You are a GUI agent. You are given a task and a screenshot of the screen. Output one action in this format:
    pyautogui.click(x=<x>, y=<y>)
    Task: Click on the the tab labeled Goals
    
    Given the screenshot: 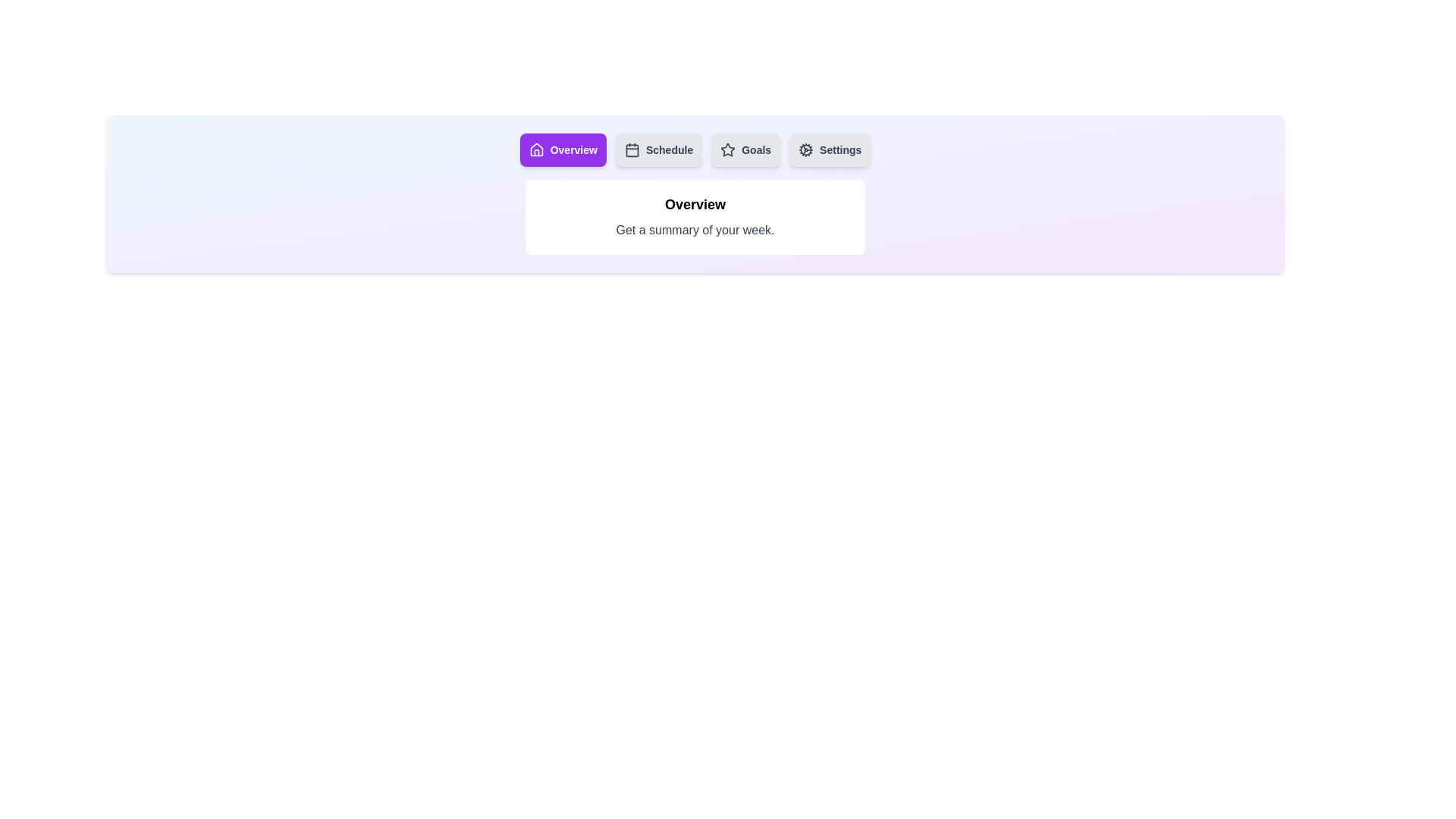 What is the action you would take?
    pyautogui.click(x=745, y=149)
    